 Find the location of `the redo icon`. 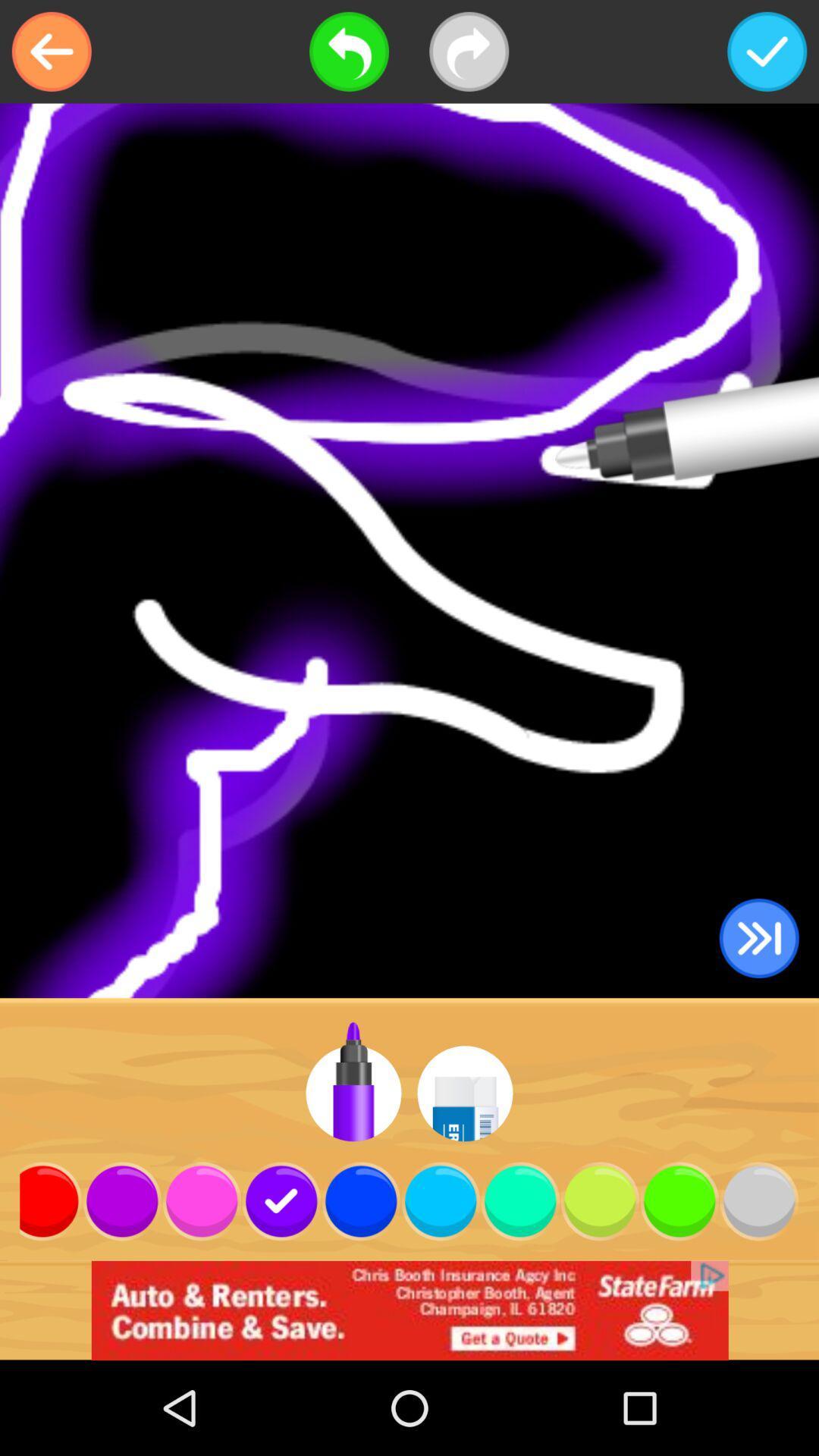

the redo icon is located at coordinates (468, 52).